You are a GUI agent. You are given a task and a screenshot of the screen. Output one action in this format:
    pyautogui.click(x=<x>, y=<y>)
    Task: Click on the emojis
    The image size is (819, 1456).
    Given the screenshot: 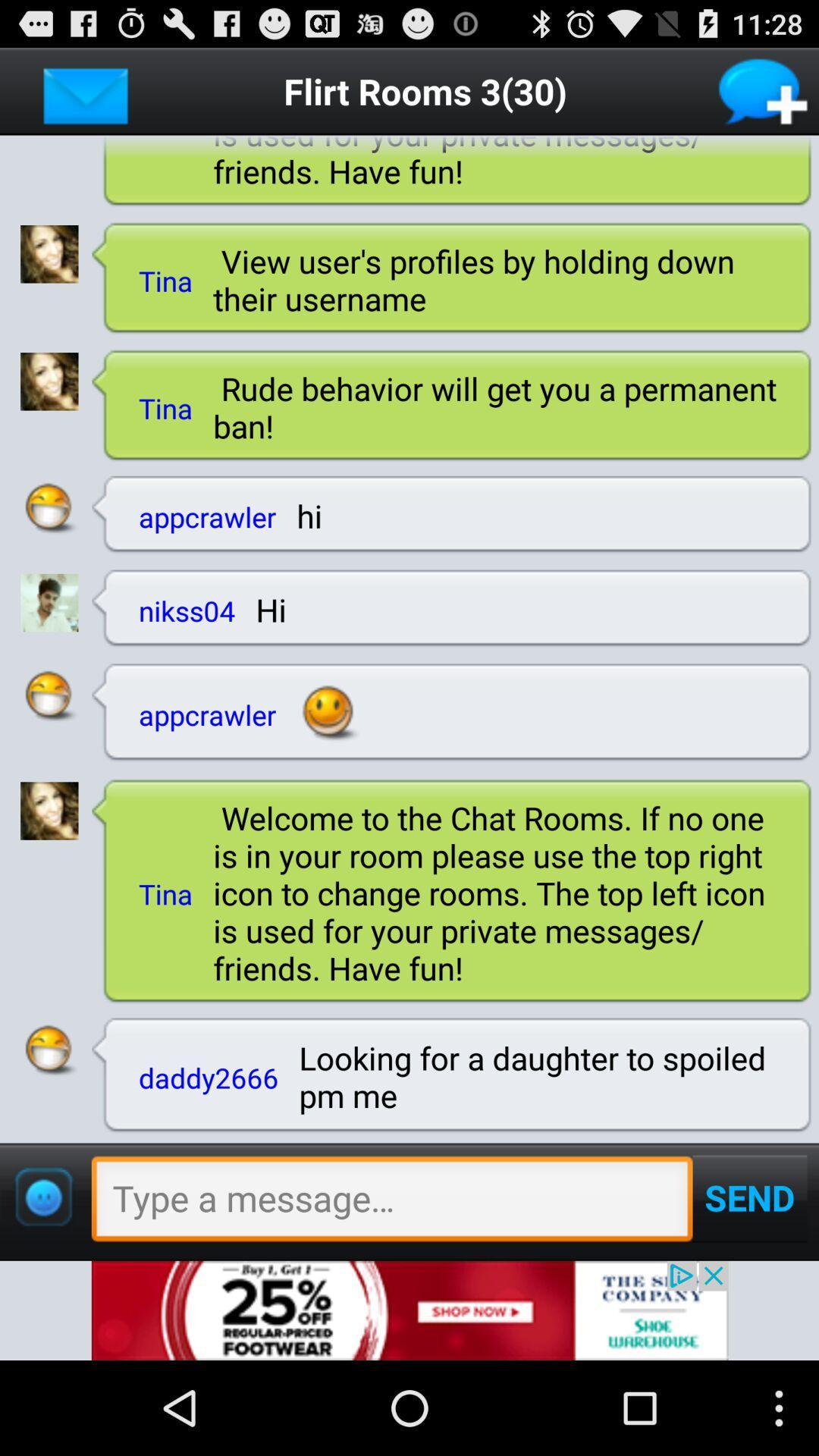 What is the action you would take?
    pyautogui.click(x=42, y=1197)
    